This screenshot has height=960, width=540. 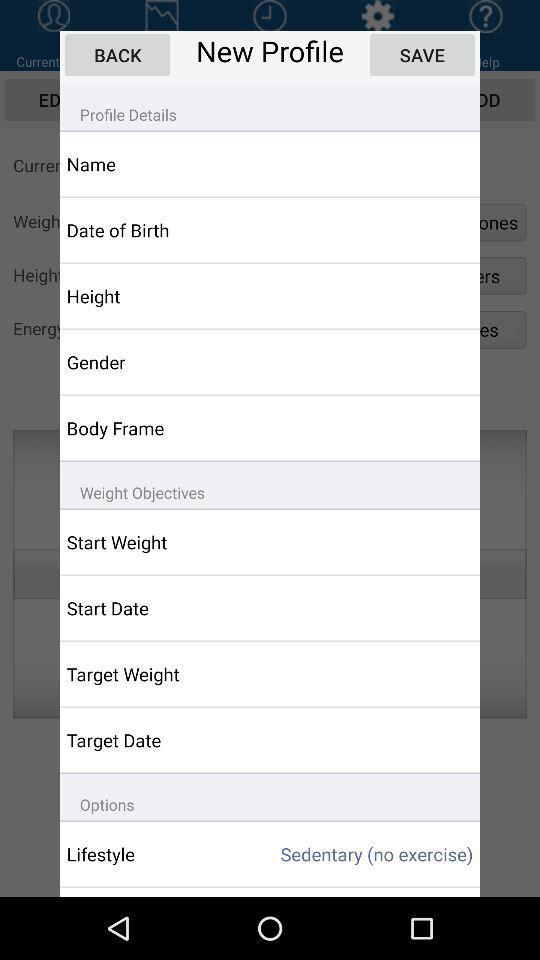 What do you see at coordinates (358, 853) in the screenshot?
I see `app next to lifestyle app` at bounding box center [358, 853].